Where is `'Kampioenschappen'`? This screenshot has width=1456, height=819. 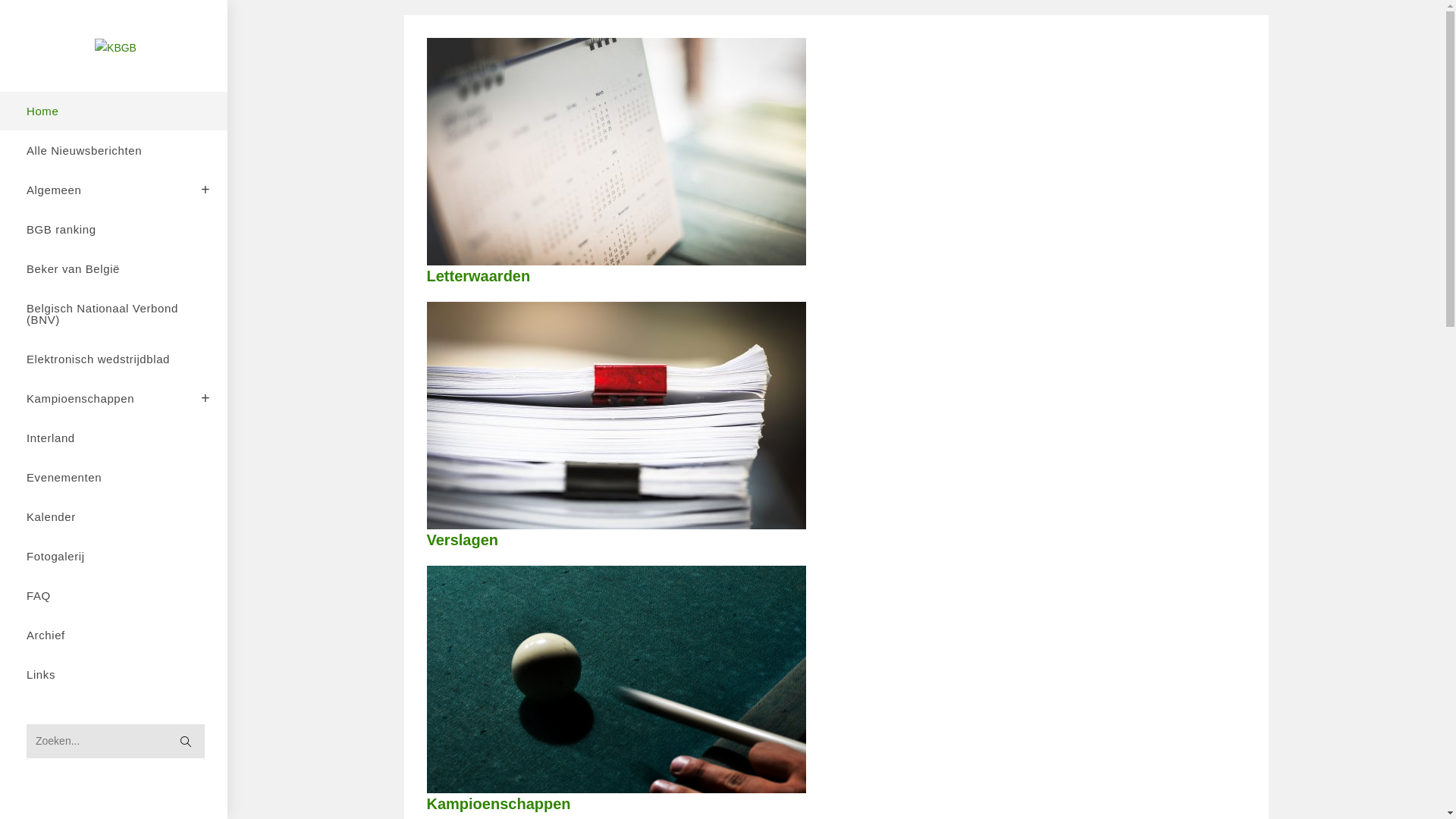 'Kampioenschappen' is located at coordinates (498, 803).